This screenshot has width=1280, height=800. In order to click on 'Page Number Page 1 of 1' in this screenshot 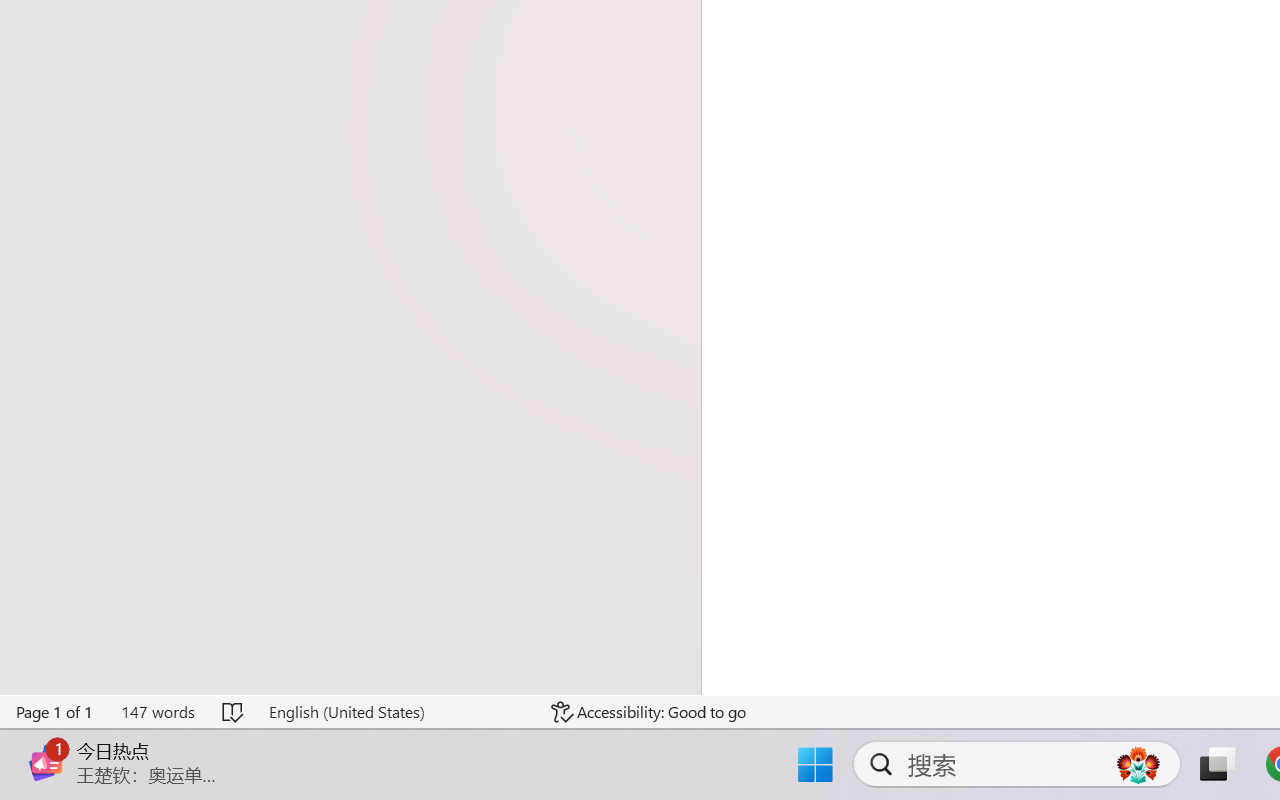, I will do `click(55, 711)`.